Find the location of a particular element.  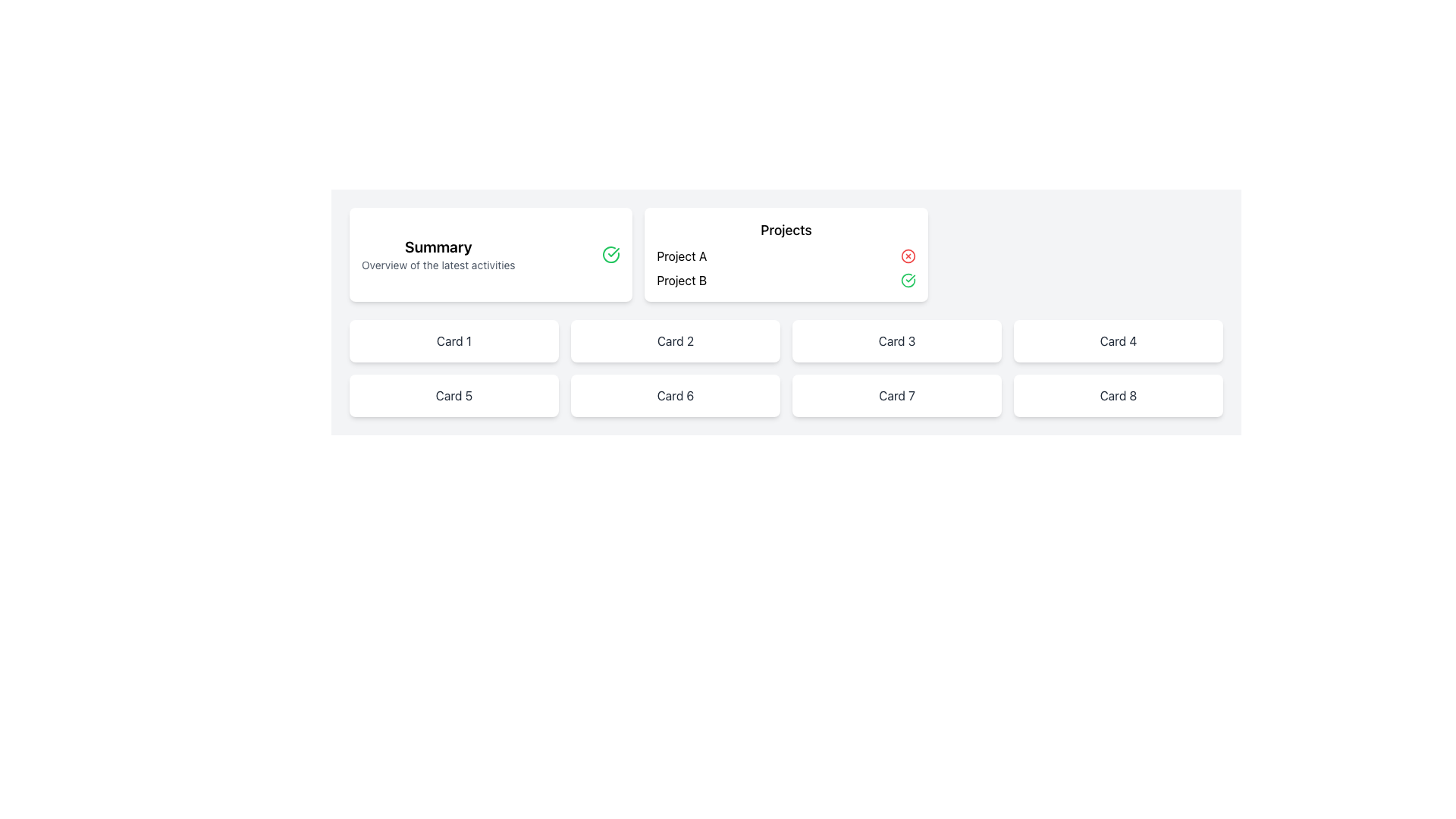

the static text label located within the 'Summary' card, positioned directly below the 'Summary' title is located at coordinates (438, 265).